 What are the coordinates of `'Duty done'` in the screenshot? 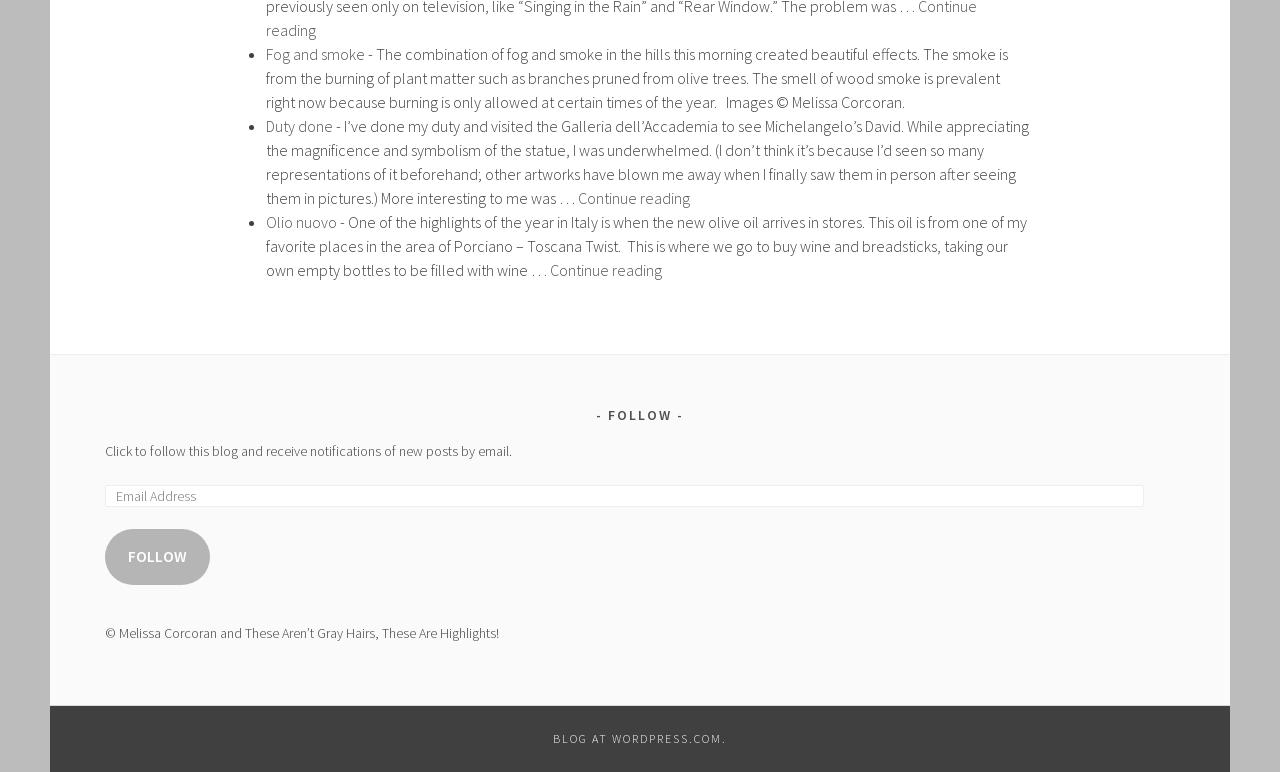 It's located at (298, 123).